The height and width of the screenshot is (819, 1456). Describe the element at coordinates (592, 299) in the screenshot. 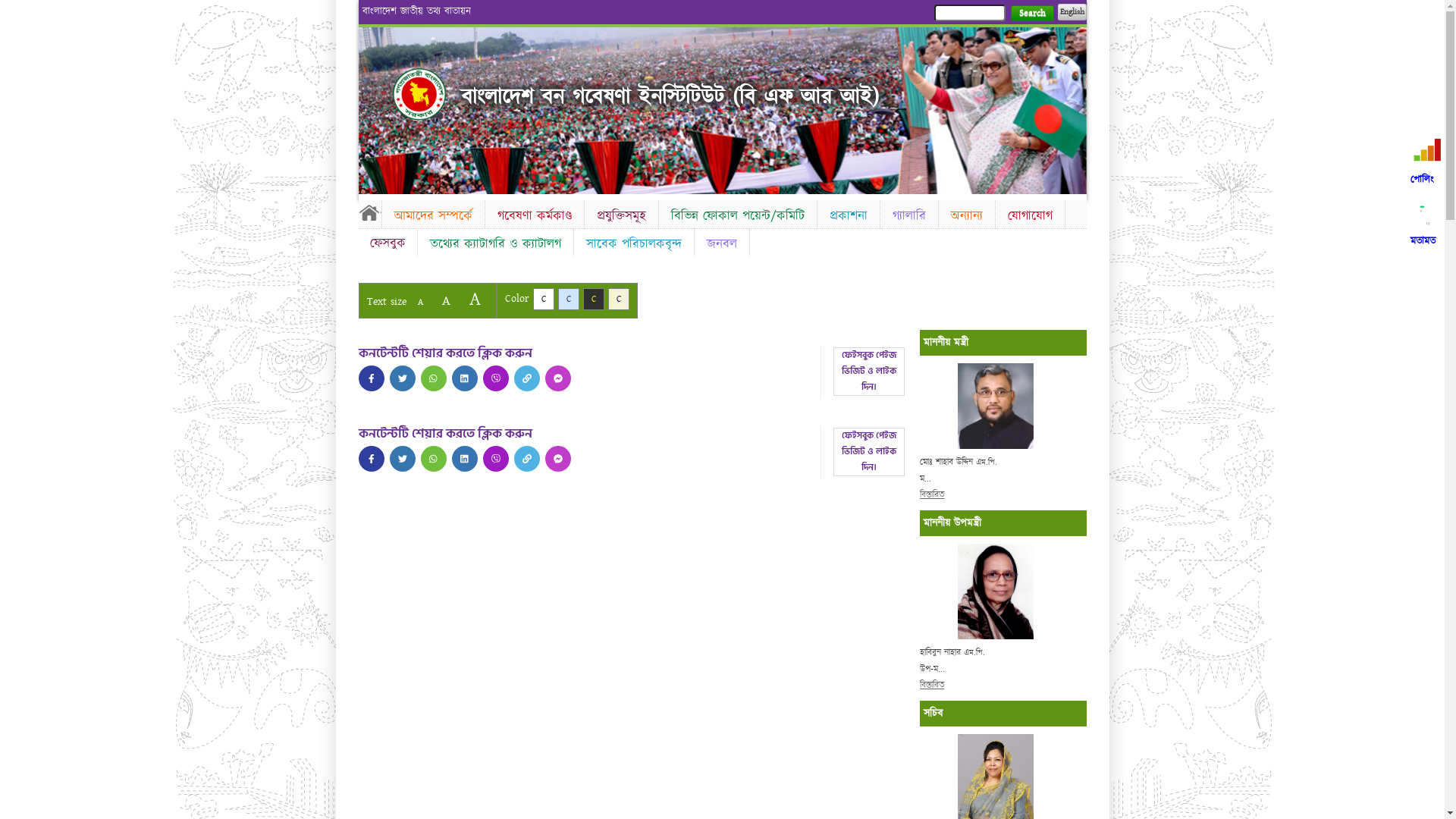

I see `'C'` at that location.